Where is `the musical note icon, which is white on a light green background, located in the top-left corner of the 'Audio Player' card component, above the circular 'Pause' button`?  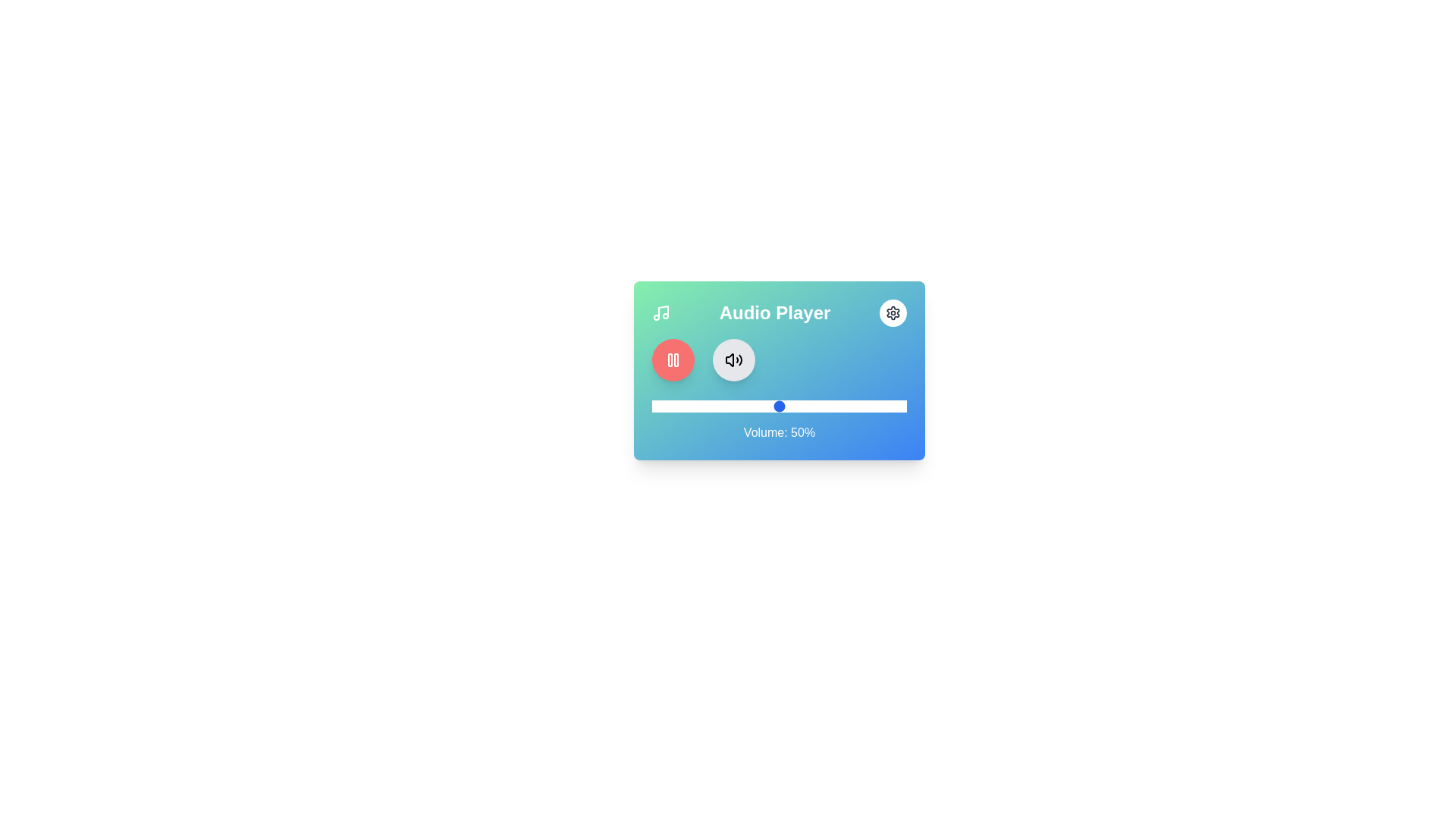
the musical note icon, which is white on a light green background, located in the top-left corner of the 'Audio Player' card component, above the circular 'Pause' button is located at coordinates (661, 312).